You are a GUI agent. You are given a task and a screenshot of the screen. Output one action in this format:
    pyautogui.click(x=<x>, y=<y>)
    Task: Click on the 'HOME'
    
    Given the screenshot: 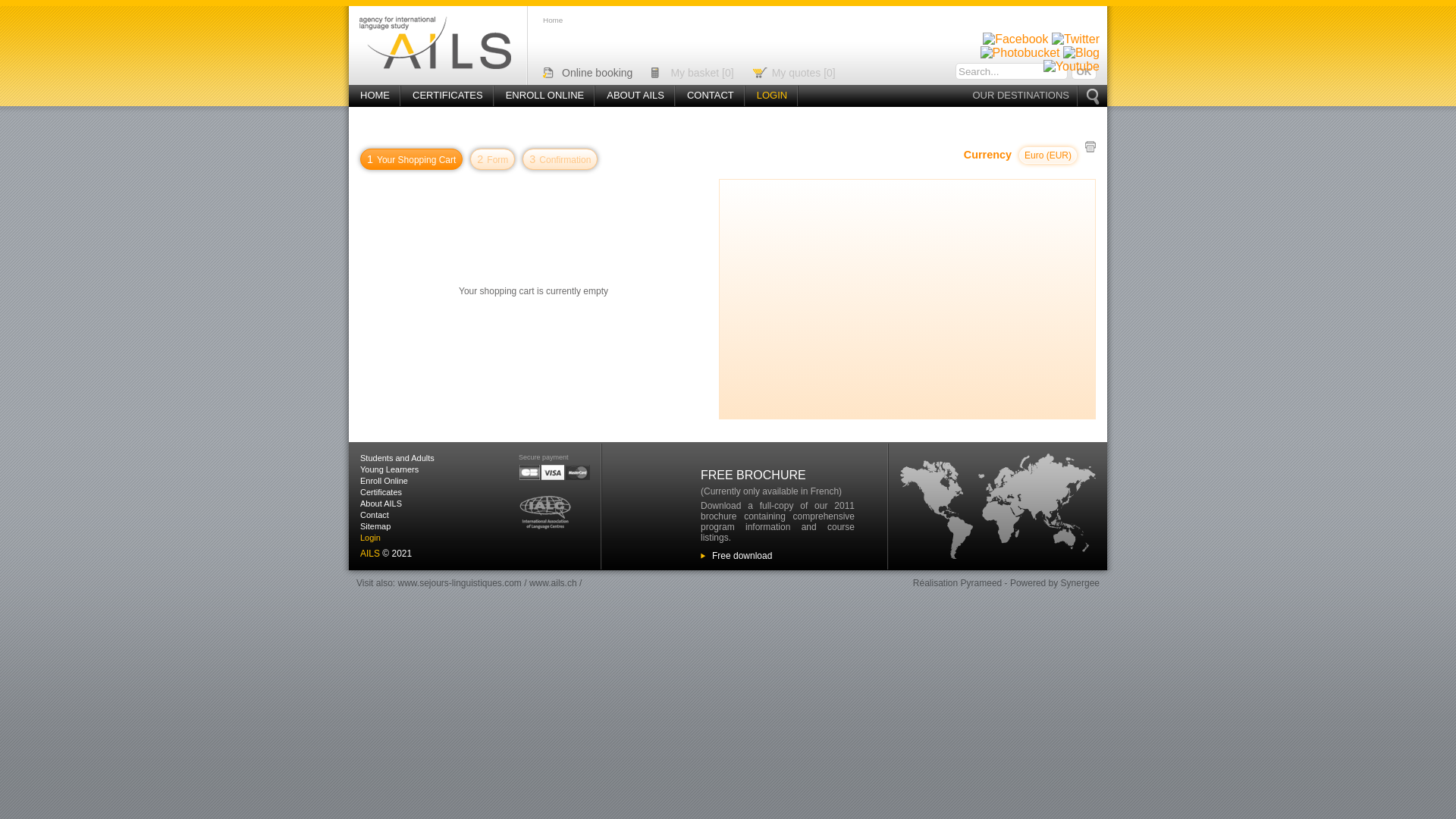 What is the action you would take?
    pyautogui.click(x=375, y=96)
    